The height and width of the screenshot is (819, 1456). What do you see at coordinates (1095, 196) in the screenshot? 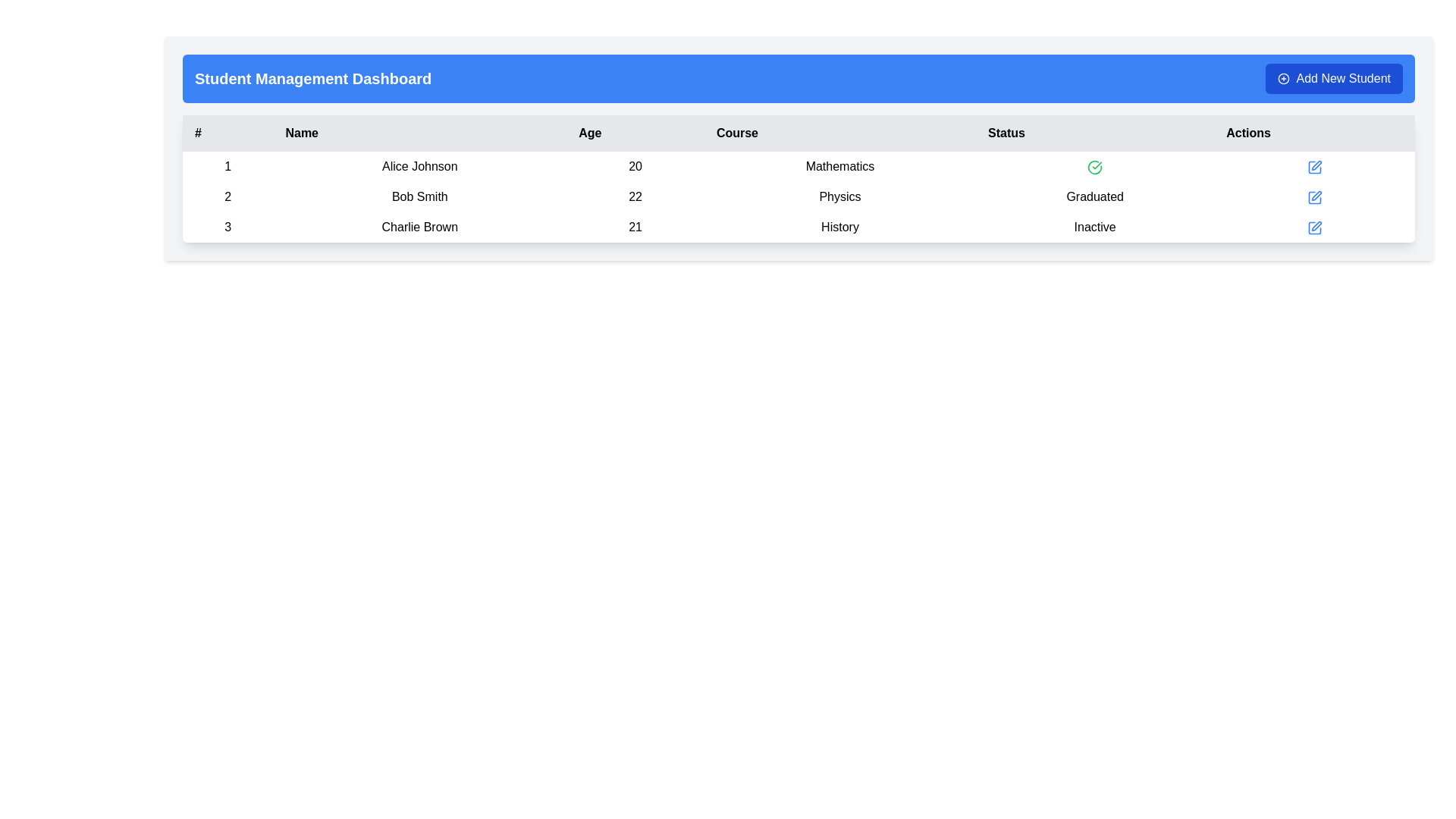
I see `the text label displaying 'Graduated' located in the 'Status' column for 'Bob Smith' in the table` at bounding box center [1095, 196].